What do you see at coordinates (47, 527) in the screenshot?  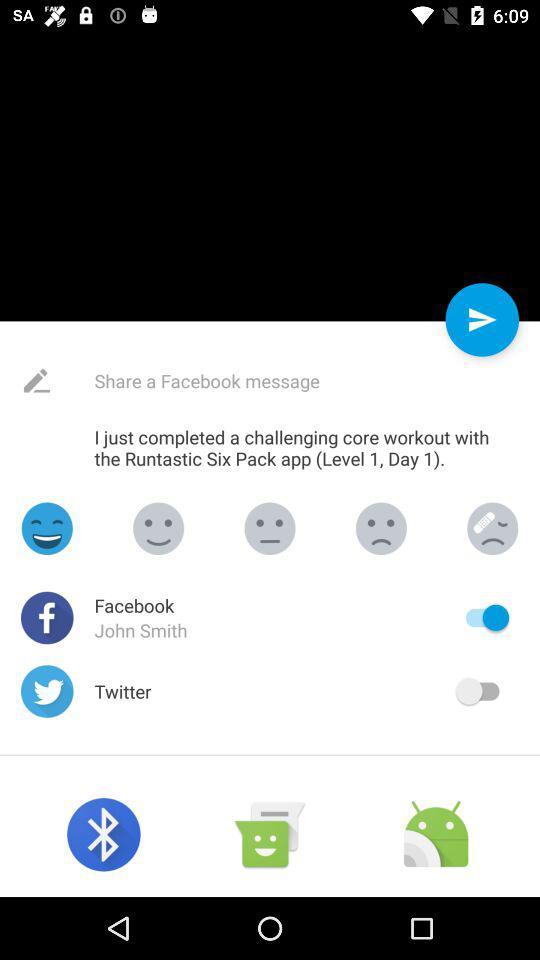 I see `the emoji icon` at bounding box center [47, 527].